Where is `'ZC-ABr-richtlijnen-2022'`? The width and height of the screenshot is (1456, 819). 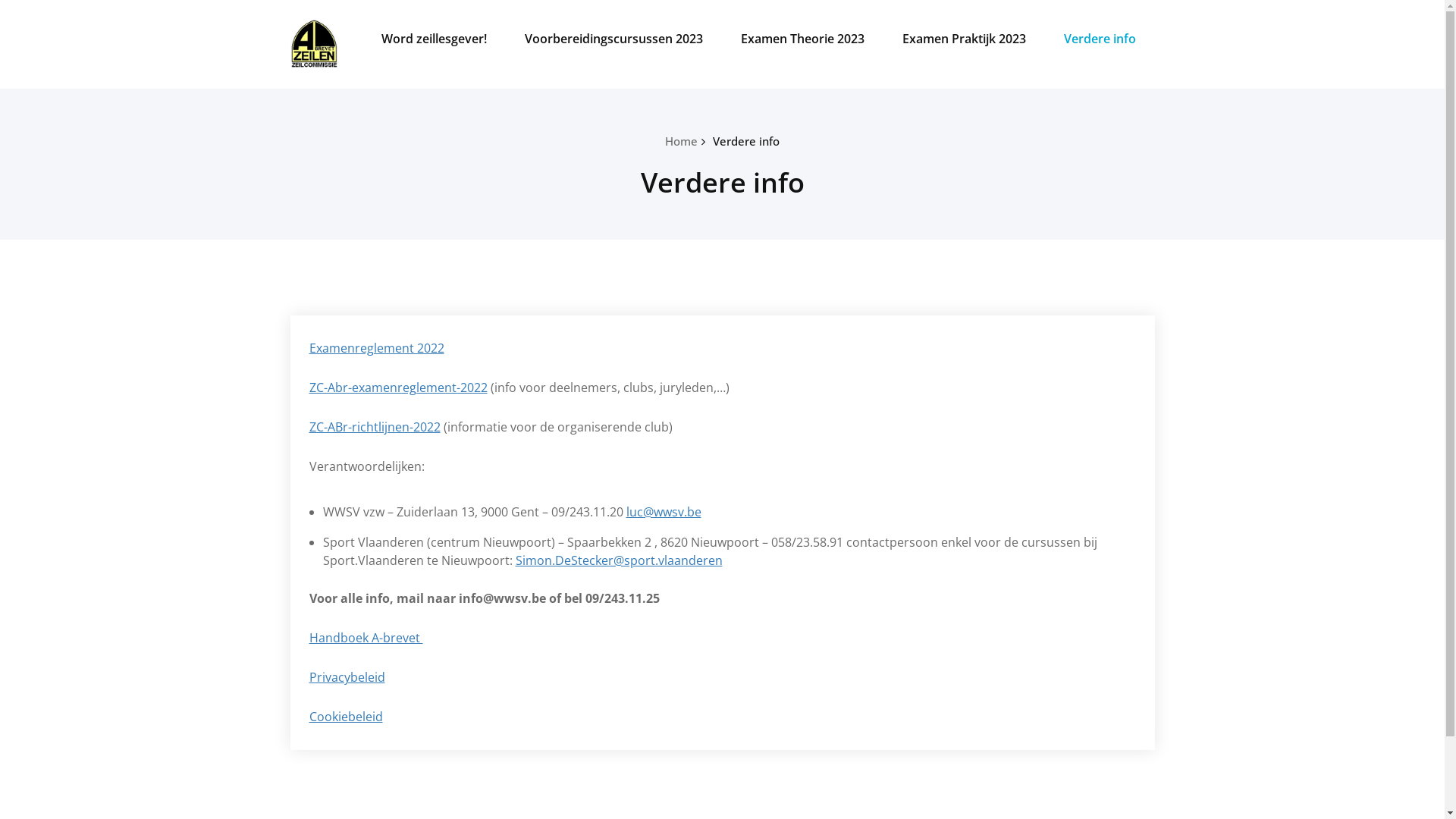 'ZC-ABr-richtlijnen-2022' is located at coordinates (375, 427).